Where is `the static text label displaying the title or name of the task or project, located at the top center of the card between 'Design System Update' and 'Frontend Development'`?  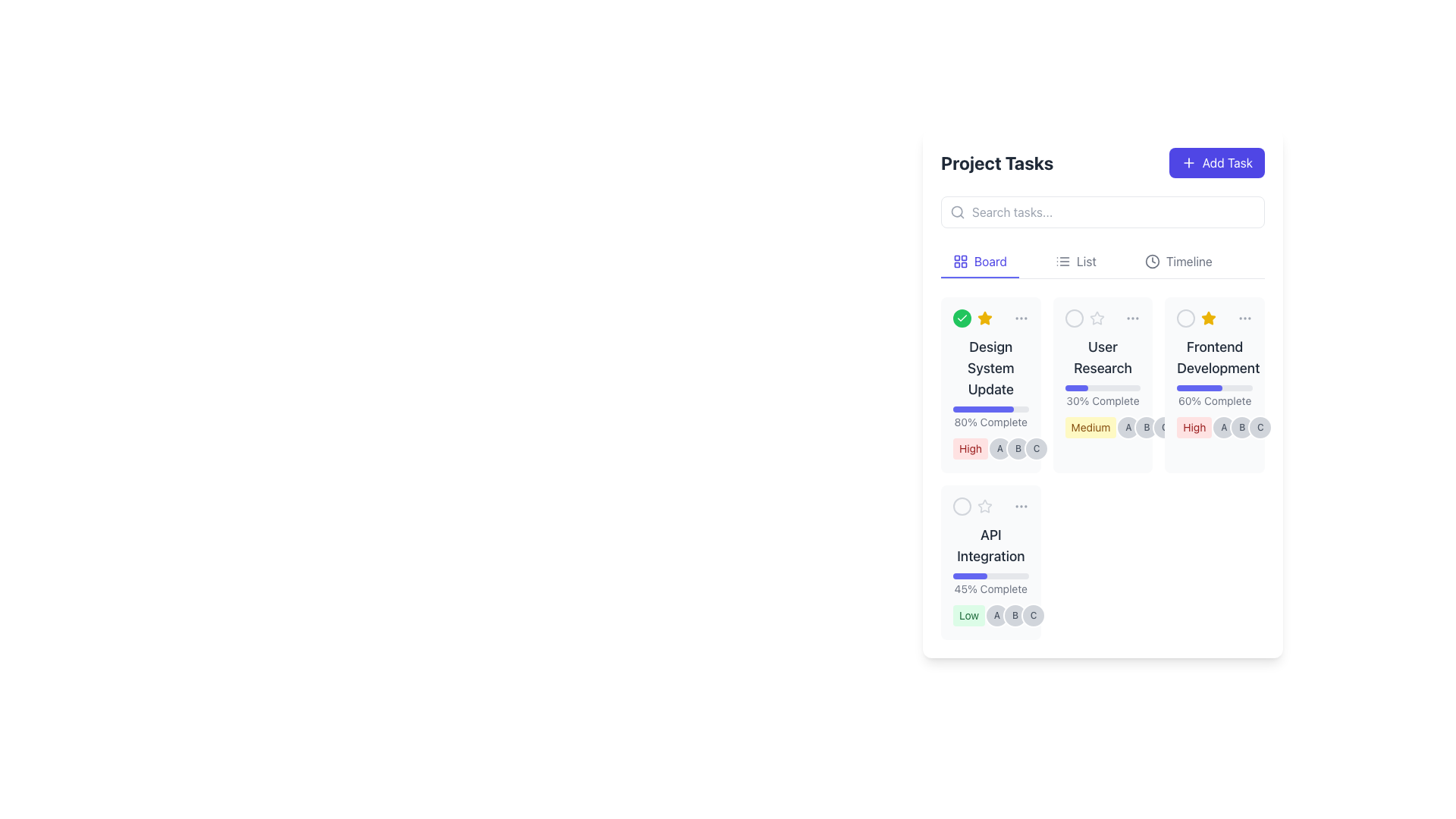 the static text label displaying the title or name of the task or project, located at the top center of the card between 'Design System Update' and 'Frontend Development' is located at coordinates (1103, 357).